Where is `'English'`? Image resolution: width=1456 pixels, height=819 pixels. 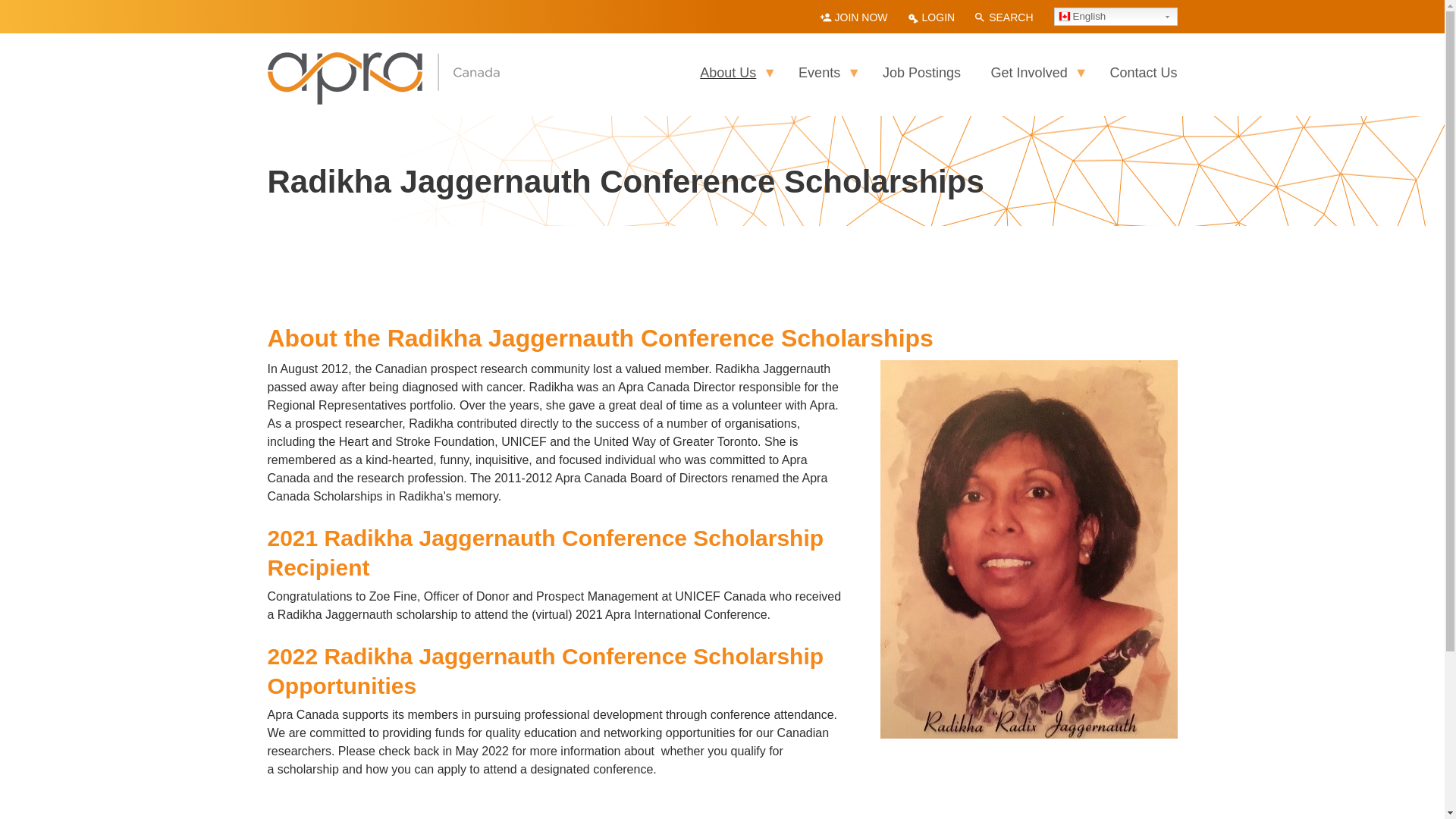 'English' is located at coordinates (1116, 17).